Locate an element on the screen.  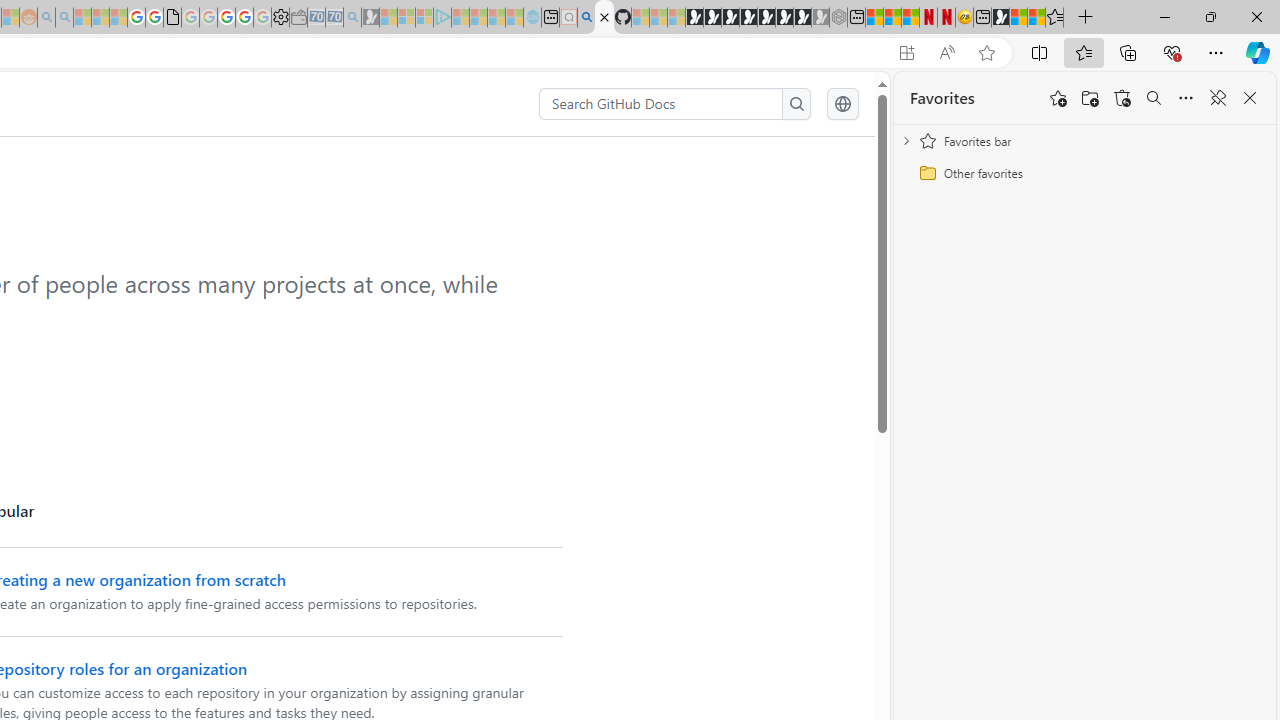
'Bing Real Estate - Home sales and rental listings - Sleeping' is located at coordinates (352, 17).